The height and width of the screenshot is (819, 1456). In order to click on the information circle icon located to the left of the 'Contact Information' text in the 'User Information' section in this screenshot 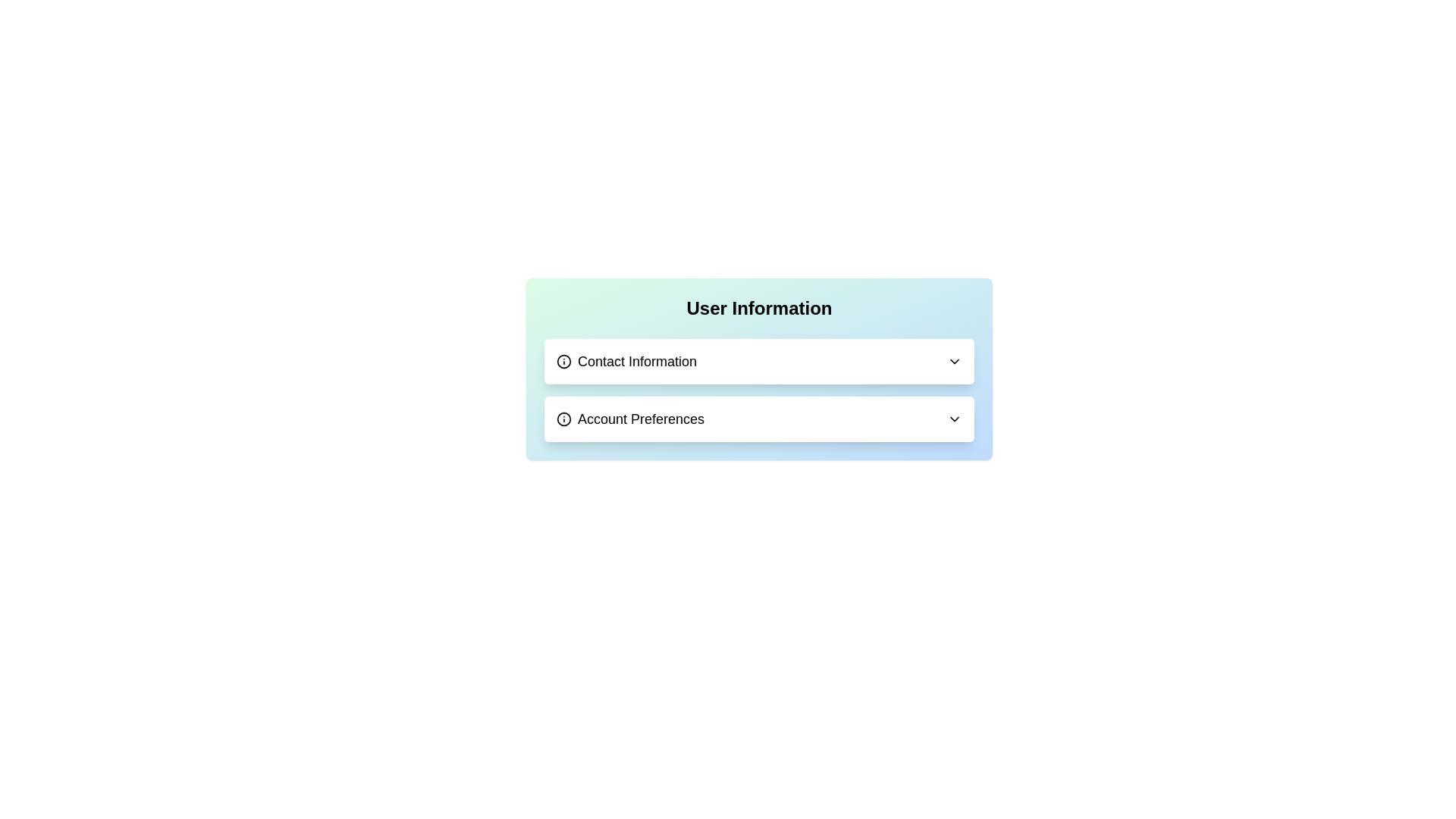, I will do `click(563, 362)`.